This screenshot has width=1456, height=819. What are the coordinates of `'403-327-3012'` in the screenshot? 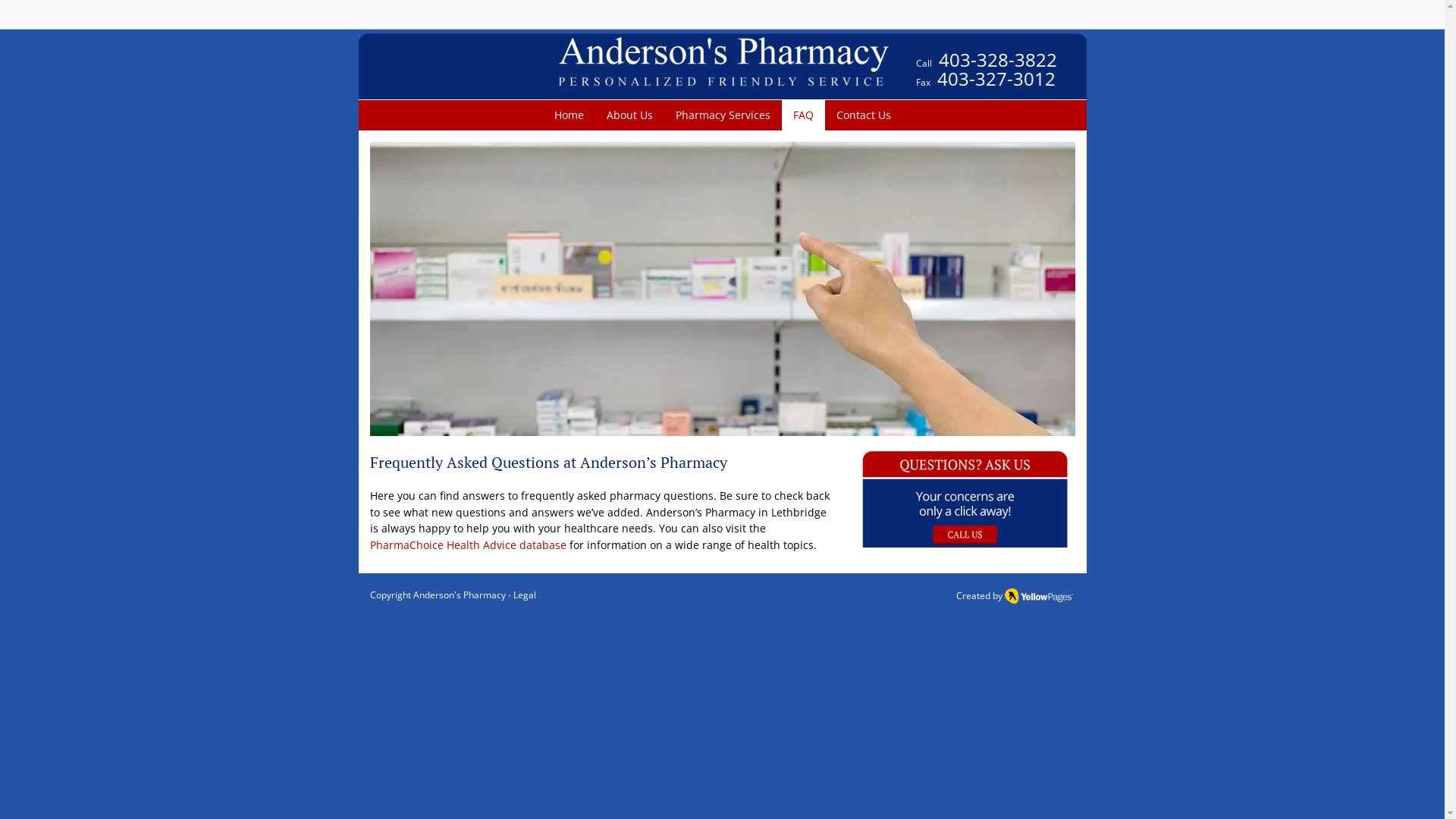 It's located at (996, 78).